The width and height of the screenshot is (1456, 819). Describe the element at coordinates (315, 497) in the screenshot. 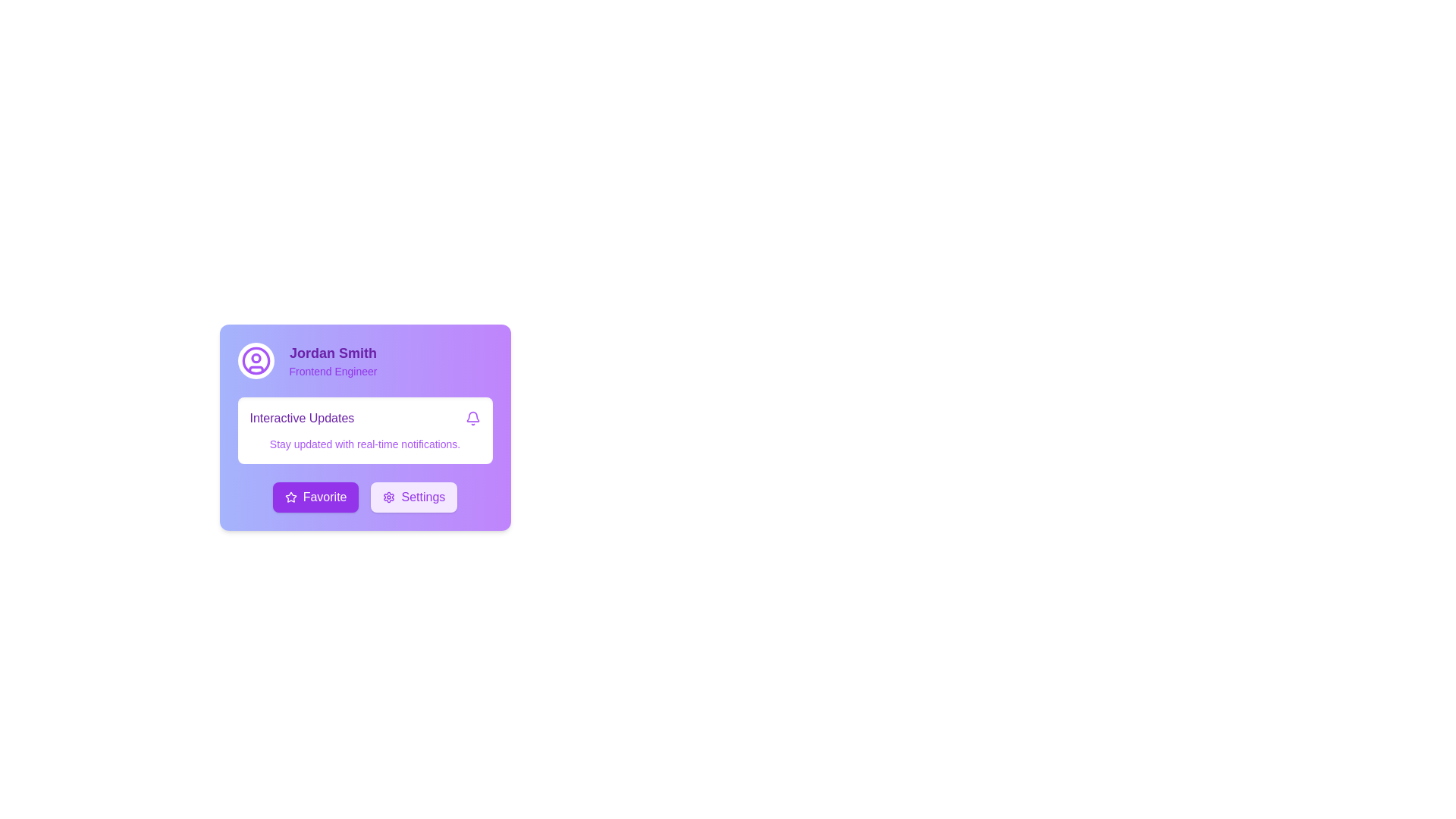

I see `the 'Favorite' button, which is the leftmost button with a purple background and a star icon` at that location.